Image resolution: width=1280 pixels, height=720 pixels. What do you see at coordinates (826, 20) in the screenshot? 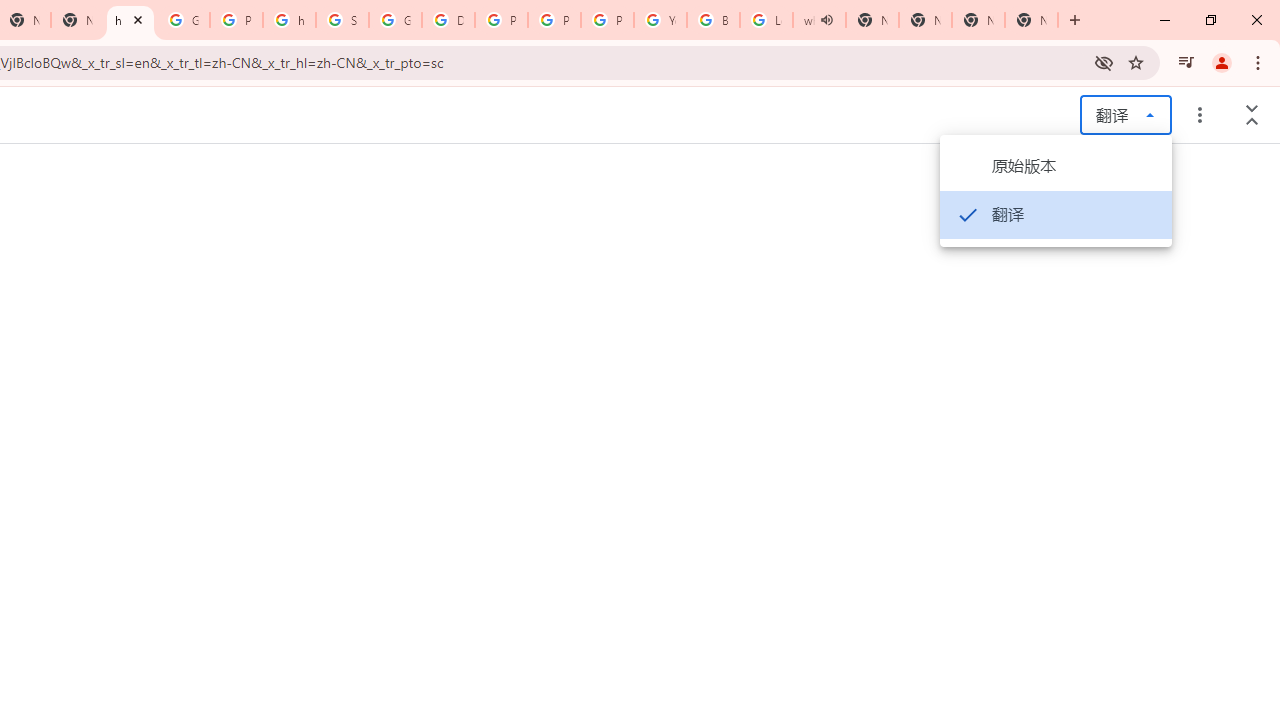
I see `'Mute tab'` at bounding box center [826, 20].